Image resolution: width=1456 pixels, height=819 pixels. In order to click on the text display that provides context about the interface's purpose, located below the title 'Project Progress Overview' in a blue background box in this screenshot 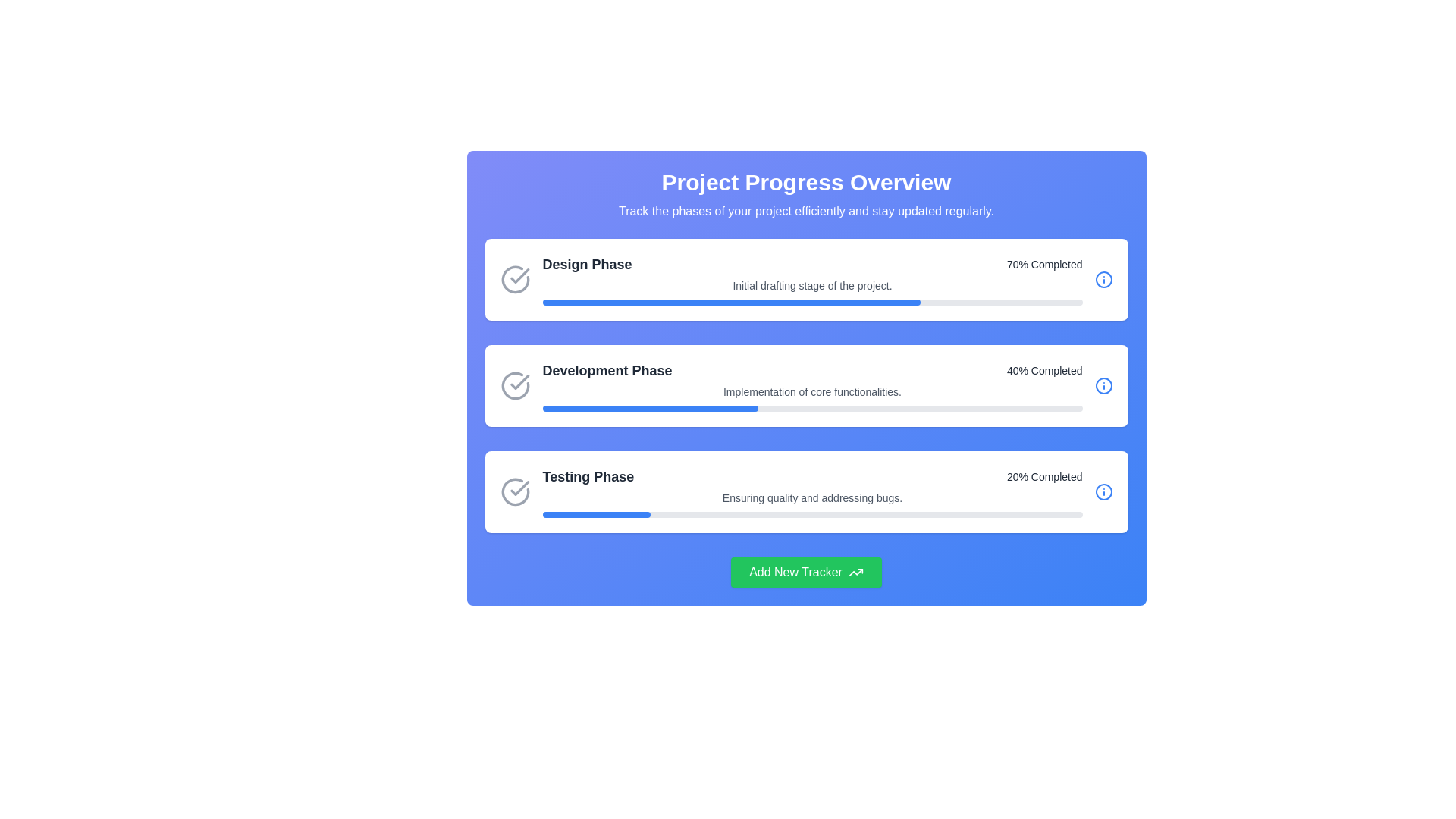, I will do `click(805, 211)`.